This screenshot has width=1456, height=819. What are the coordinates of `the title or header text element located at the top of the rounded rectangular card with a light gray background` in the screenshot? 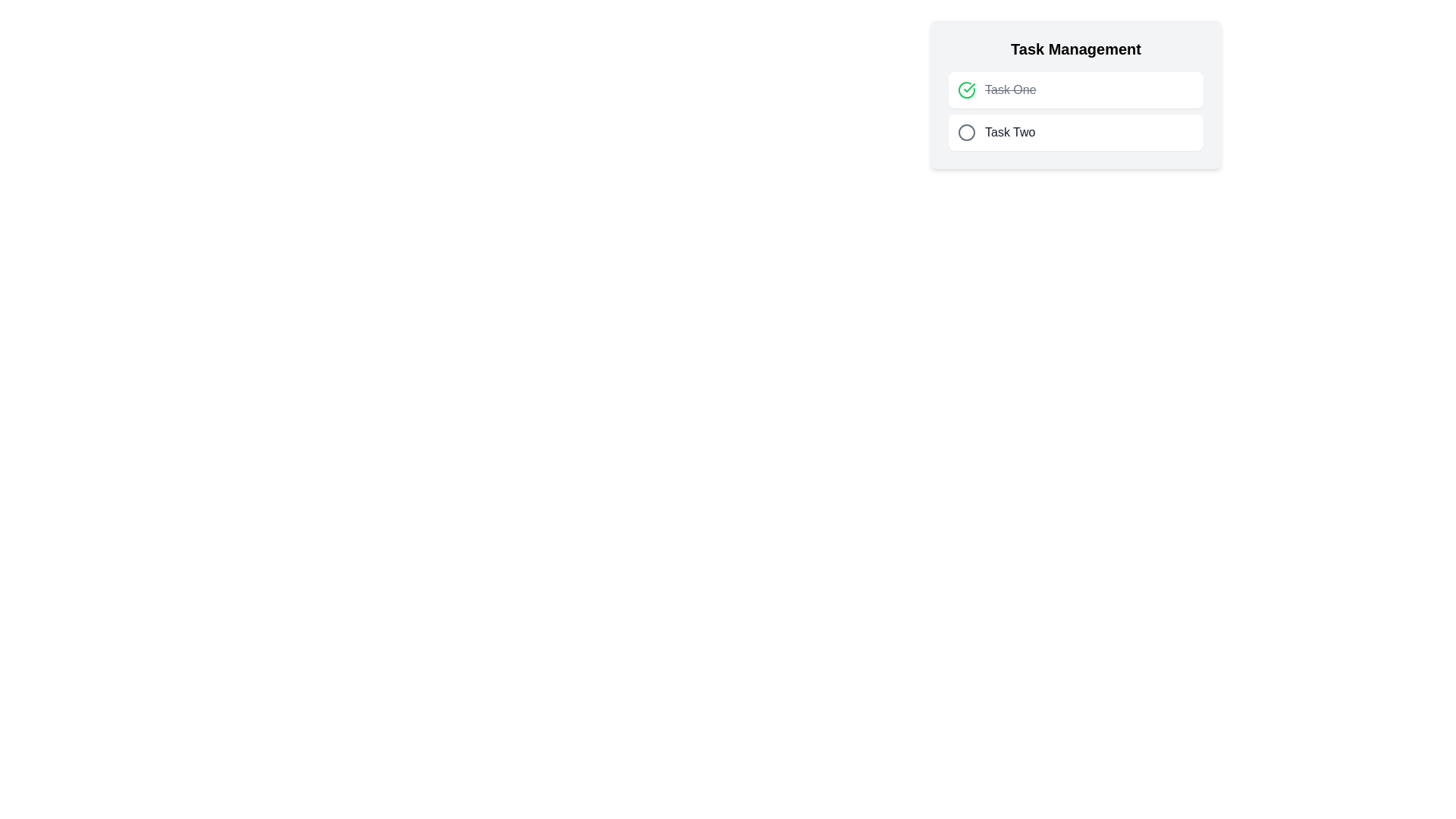 It's located at (1075, 49).